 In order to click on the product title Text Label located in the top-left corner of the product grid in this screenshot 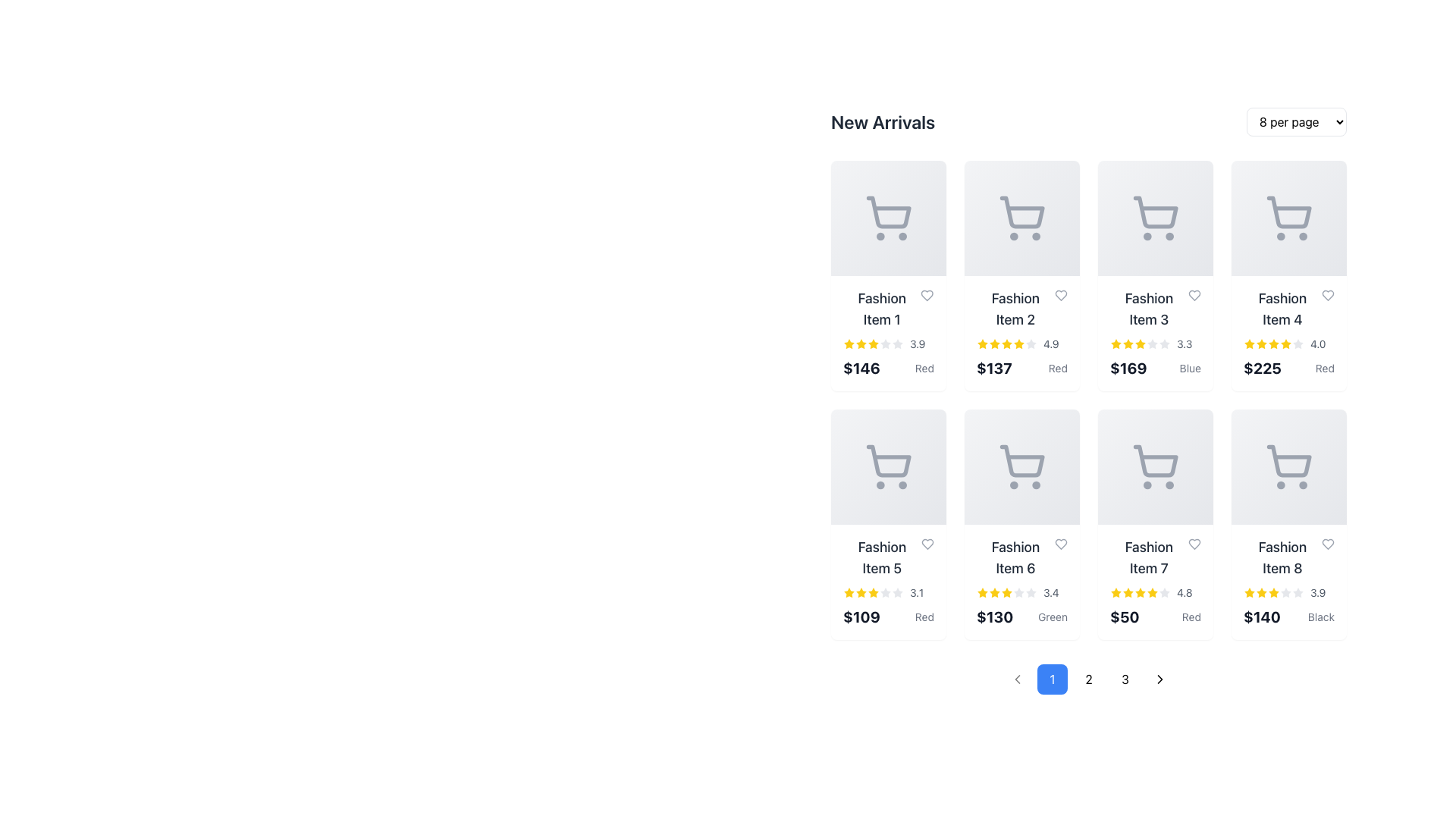, I will do `click(882, 309)`.